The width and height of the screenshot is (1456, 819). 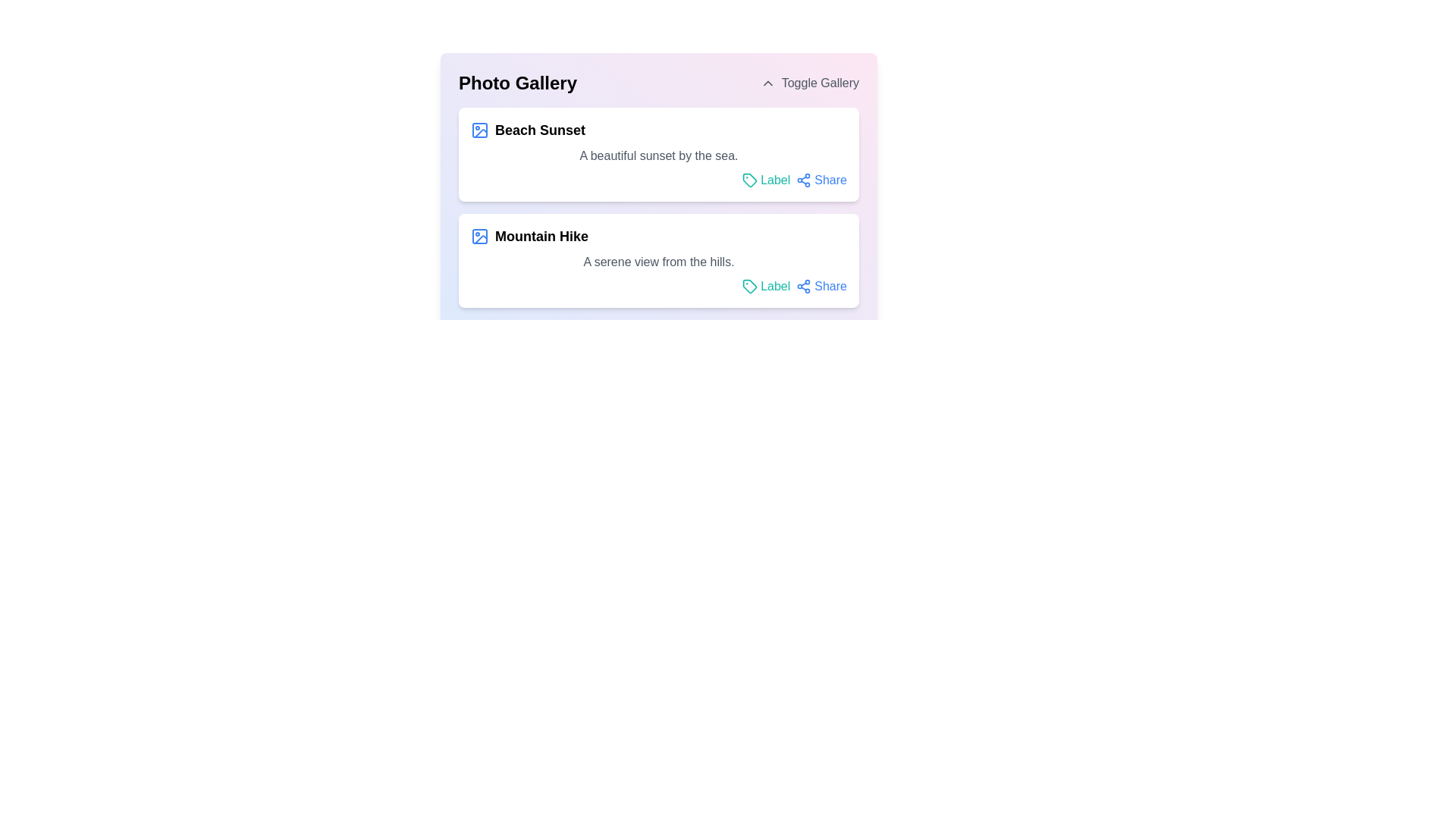 I want to click on the blue share icon, which is a triangular layout of three interconnected circular nodes, located in the 'Share' area of the 'Beach Sunset' section in the 'Photo Gallery' interface, to share the associated content, so click(x=803, y=180).